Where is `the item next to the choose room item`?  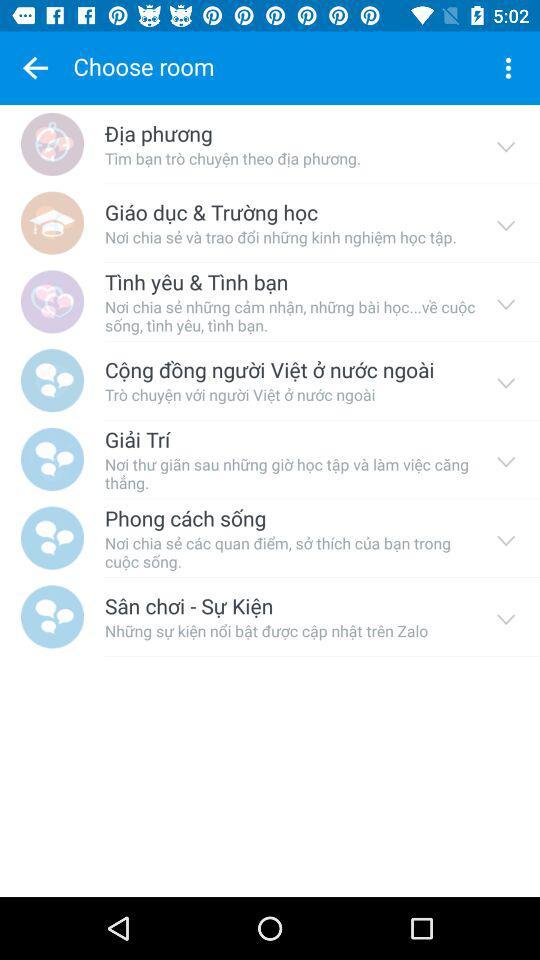 the item next to the choose room item is located at coordinates (35, 68).